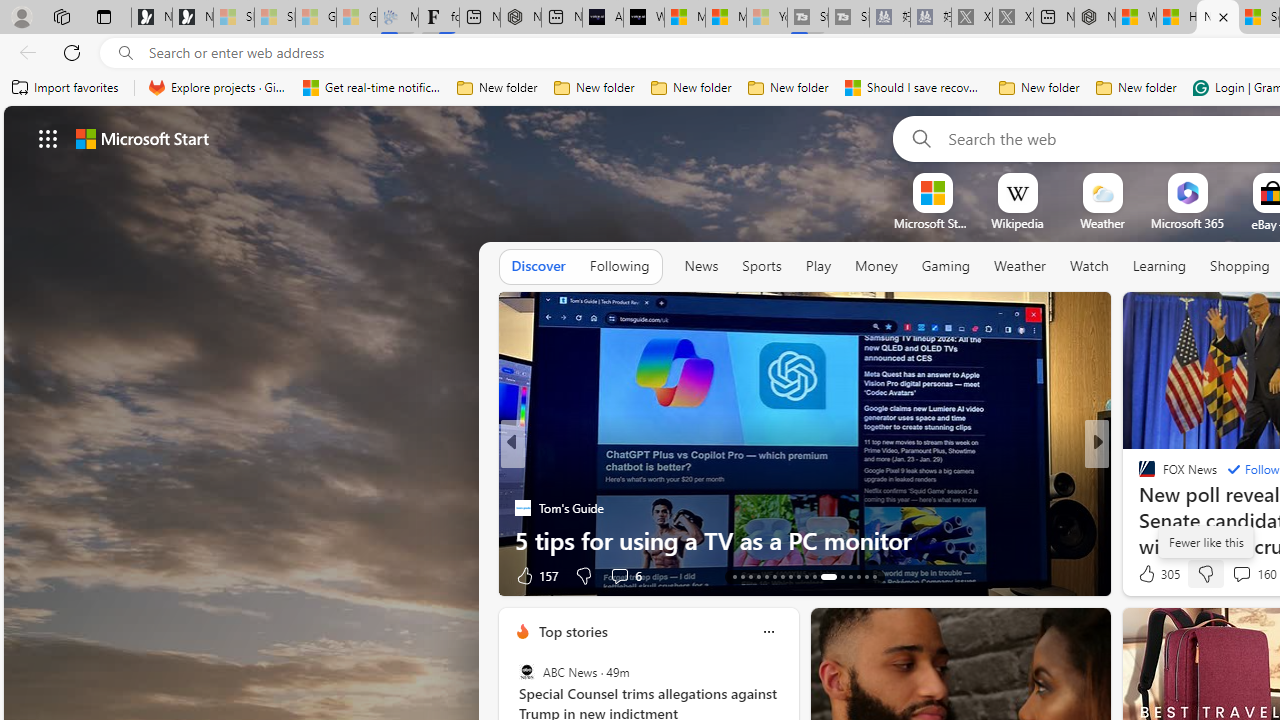 The image size is (1280, 720). Describe the element at coordinates (876, 266) in the screenshot. I see `'Money'` at that location.